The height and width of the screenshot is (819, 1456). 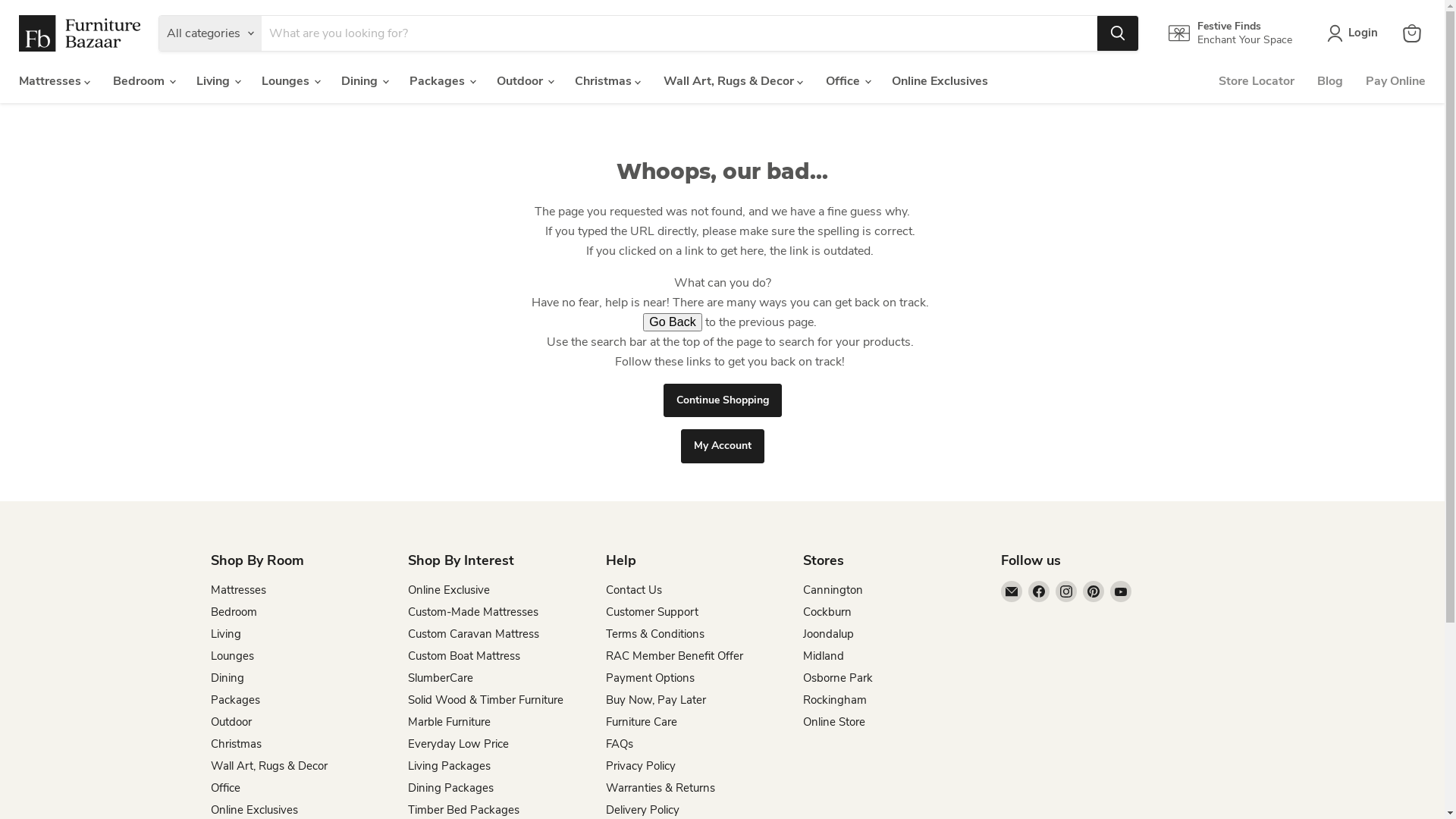 I want to click on 'Lounges', so click(x=231, y=654).